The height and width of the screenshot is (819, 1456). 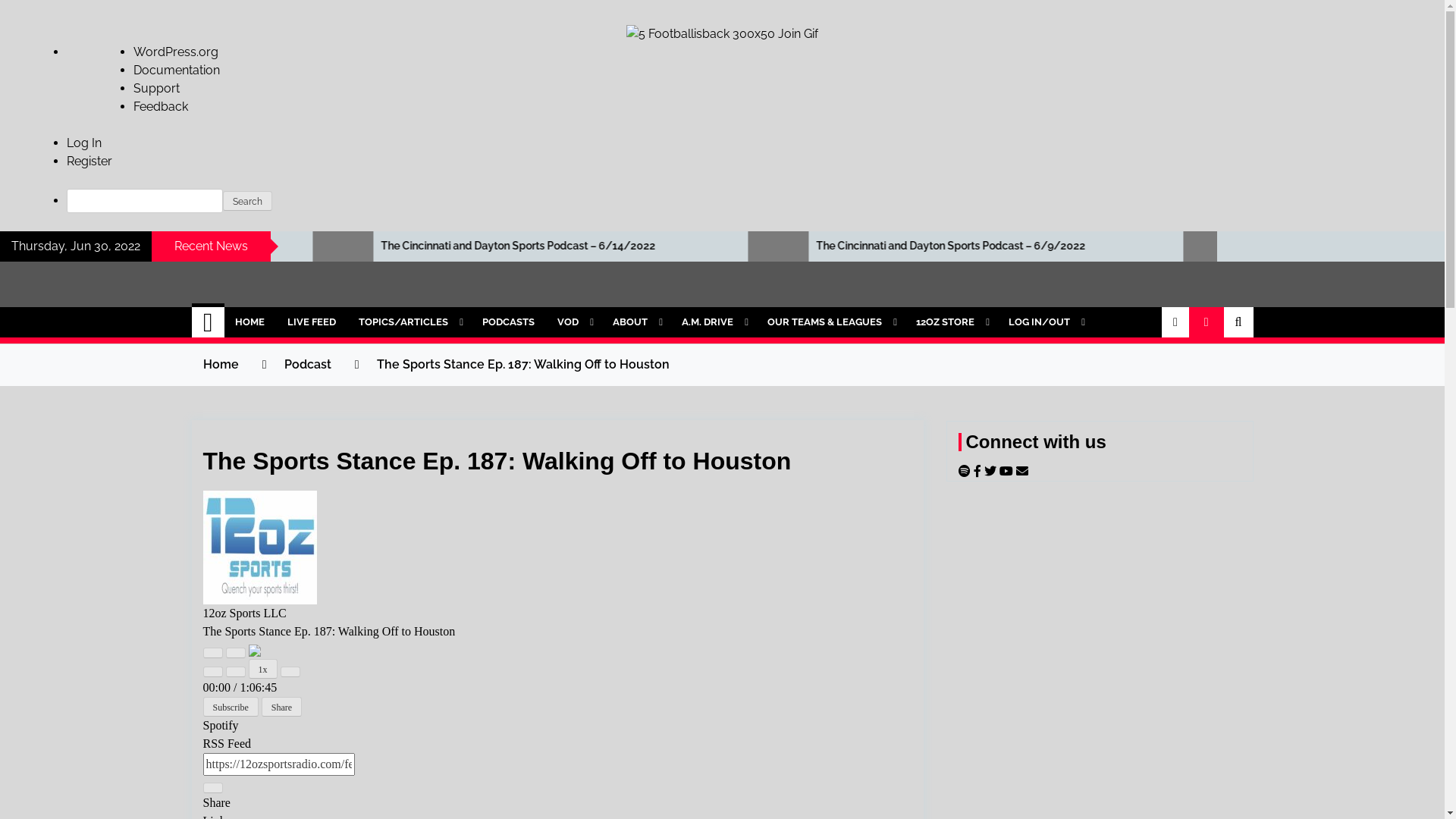 What do you see at coordinates (160, 105) in the screenshot?
I see `'Feedback'` at bounding box center [160, 105].